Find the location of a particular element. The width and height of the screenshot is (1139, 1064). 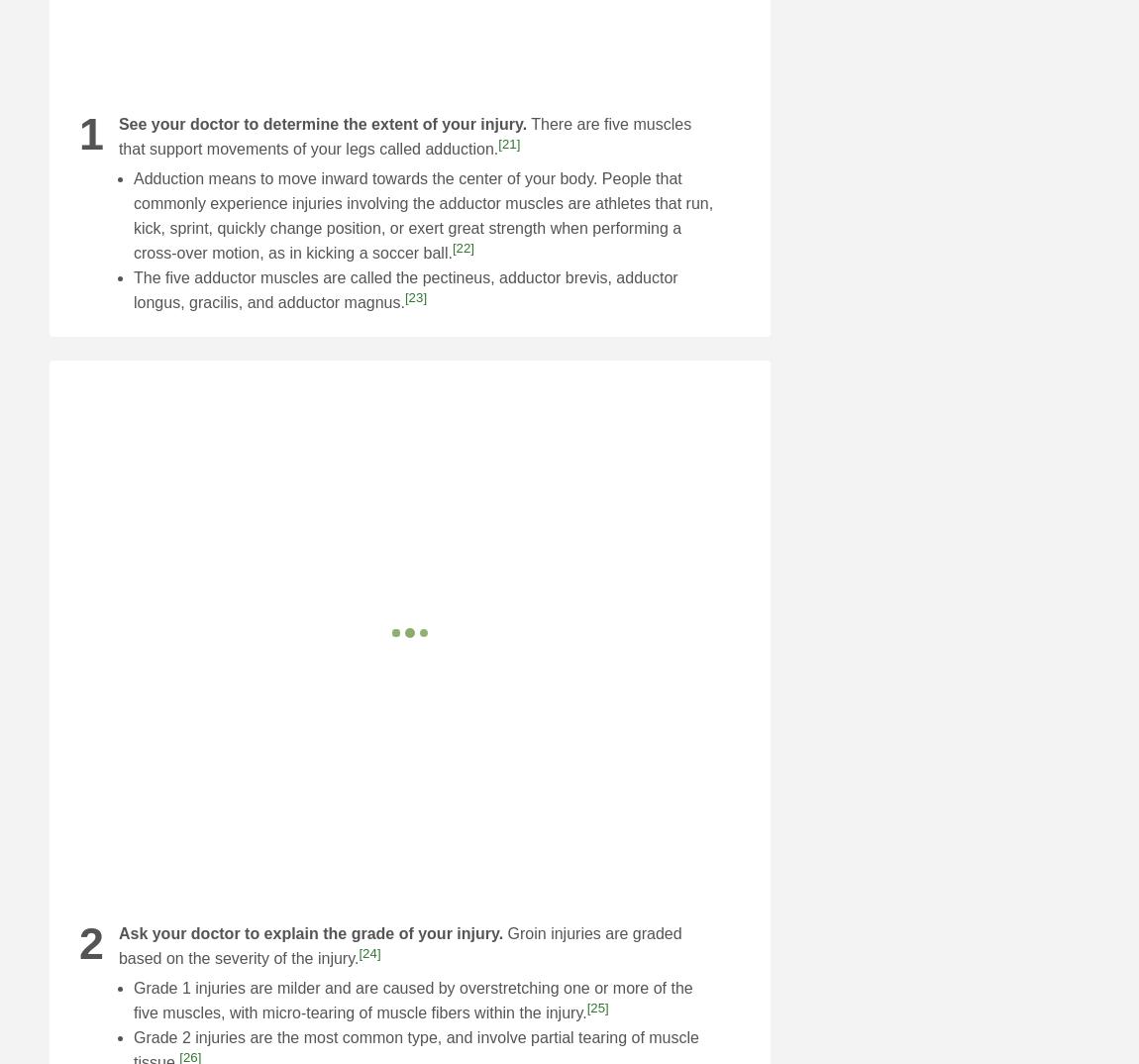

'Grade 1 injuries are milder and are caused by overstretching one or more of the five muscles, with micro-tearing of muscle fibers within the injury.' is located at coordinates (412, 999).